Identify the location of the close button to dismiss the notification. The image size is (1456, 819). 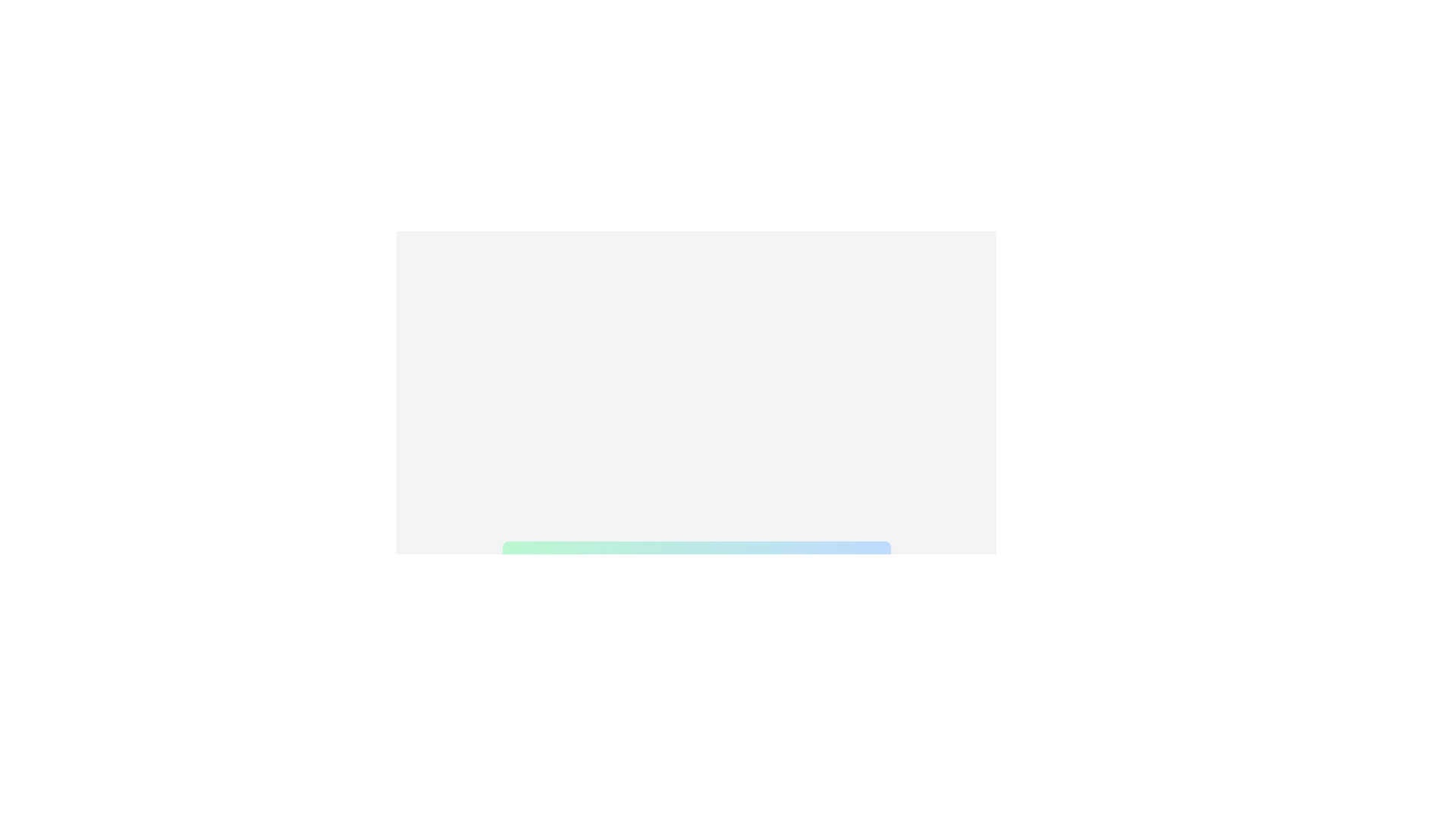
(869, 562).